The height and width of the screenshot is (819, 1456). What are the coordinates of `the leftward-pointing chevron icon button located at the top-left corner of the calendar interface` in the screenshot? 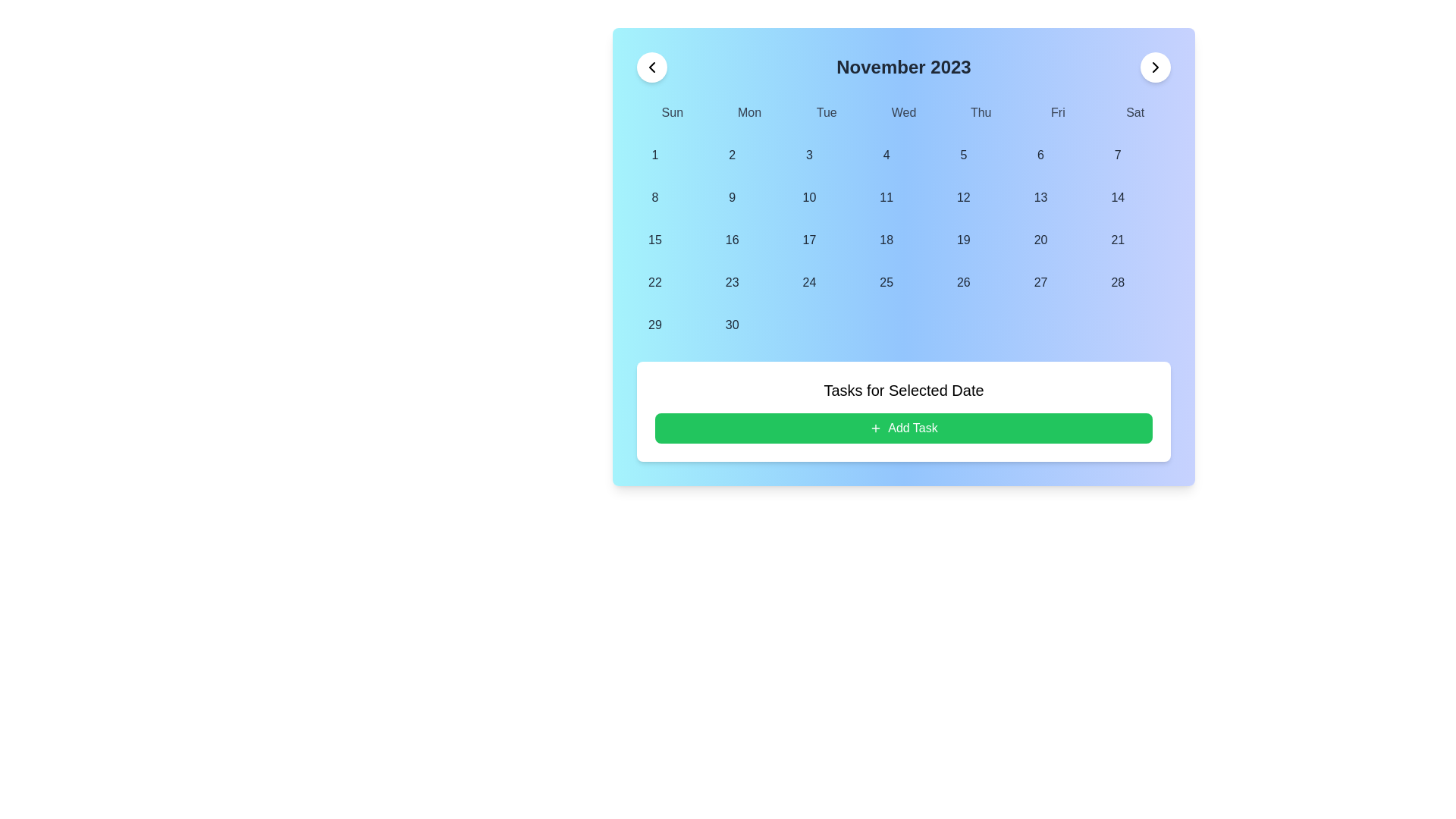 It's located at (651, 66).